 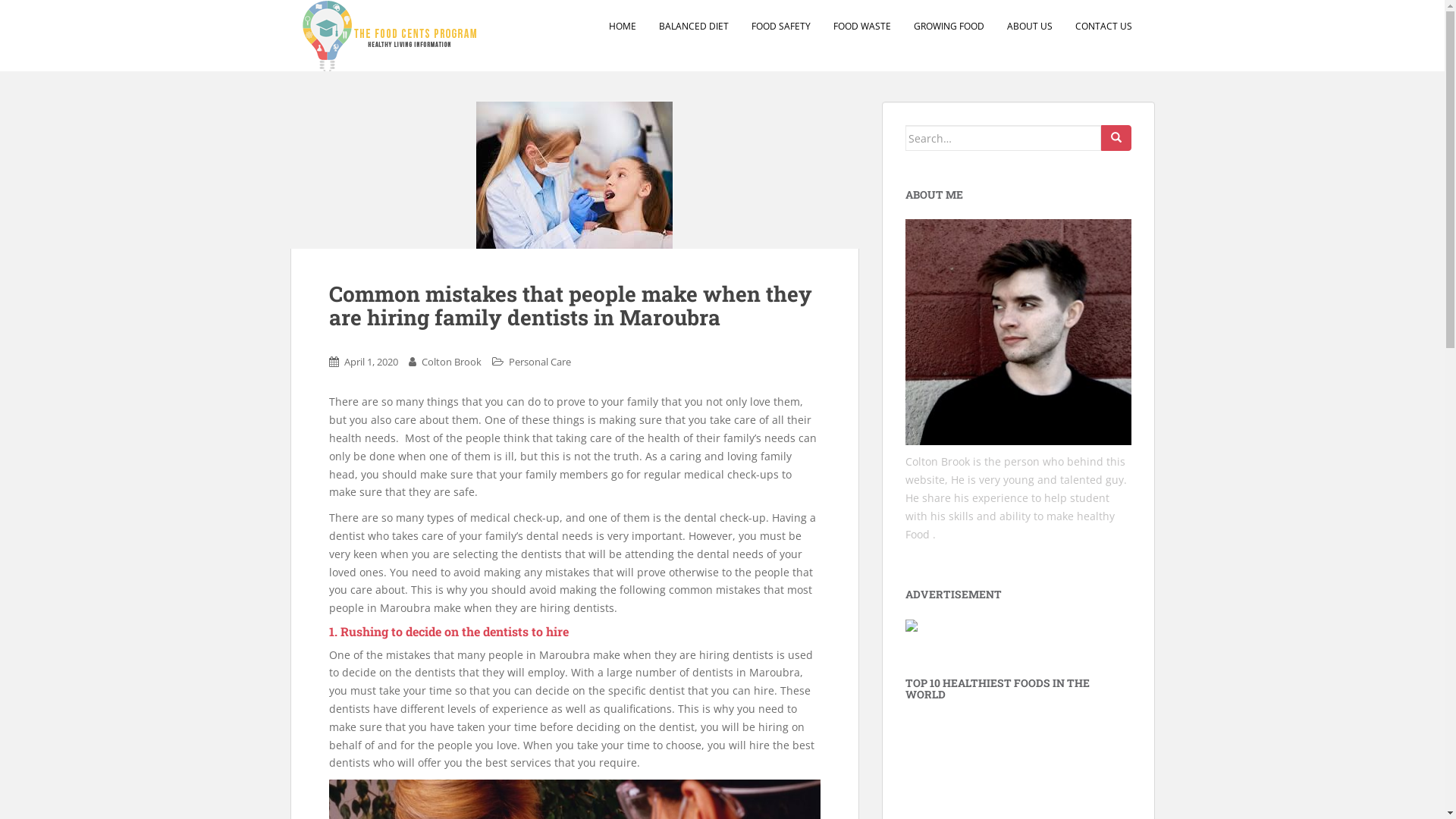 What do you see at coordinates (692, 26) in the screenshot?
I see `'BALANCED DIET'` at bounding box center [692, 26].